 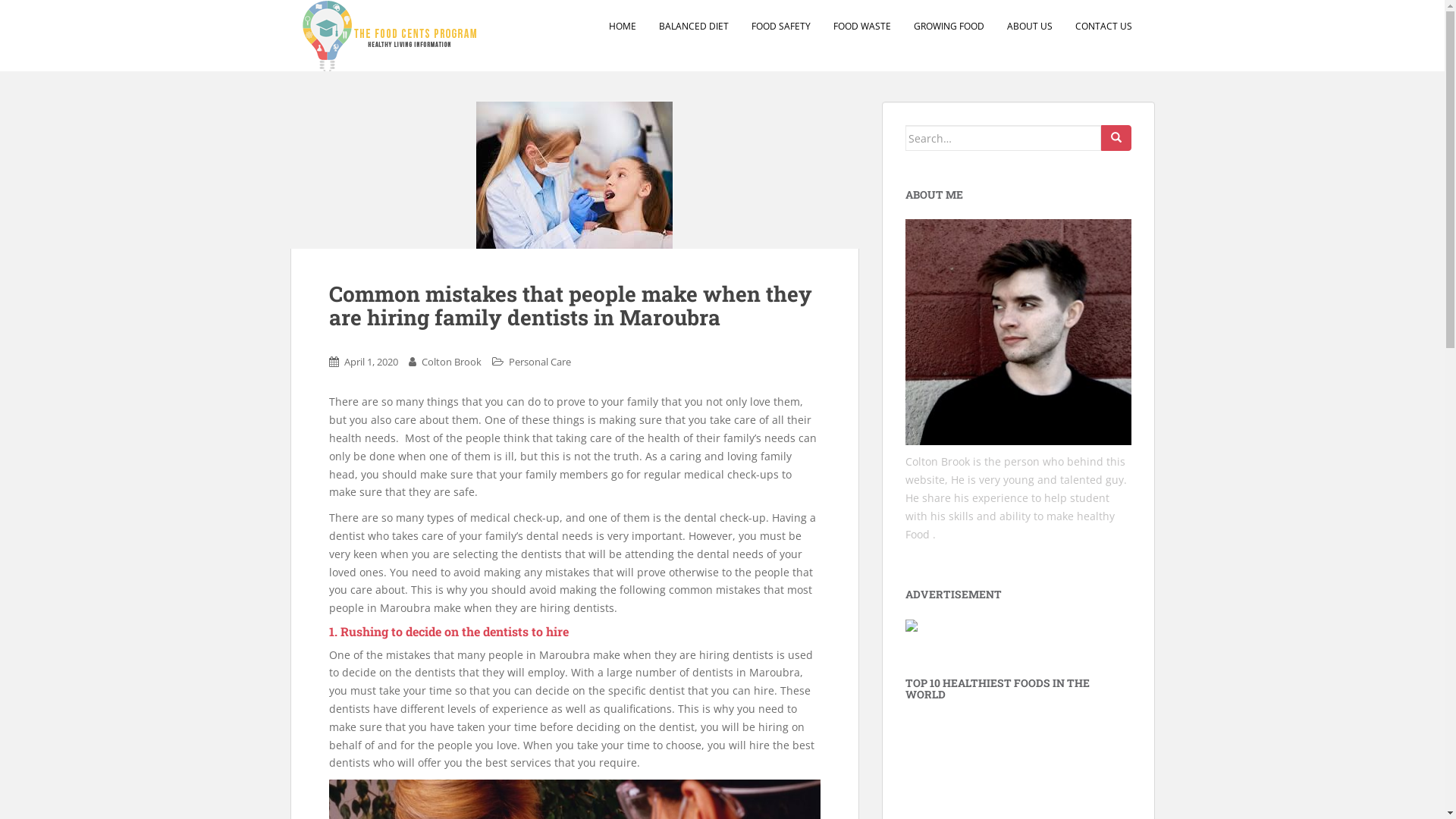 What do you see at coordinates (692, 26) in the screenshot?
I see `'BALANCED DIET'` at bounding box center [692, 26].